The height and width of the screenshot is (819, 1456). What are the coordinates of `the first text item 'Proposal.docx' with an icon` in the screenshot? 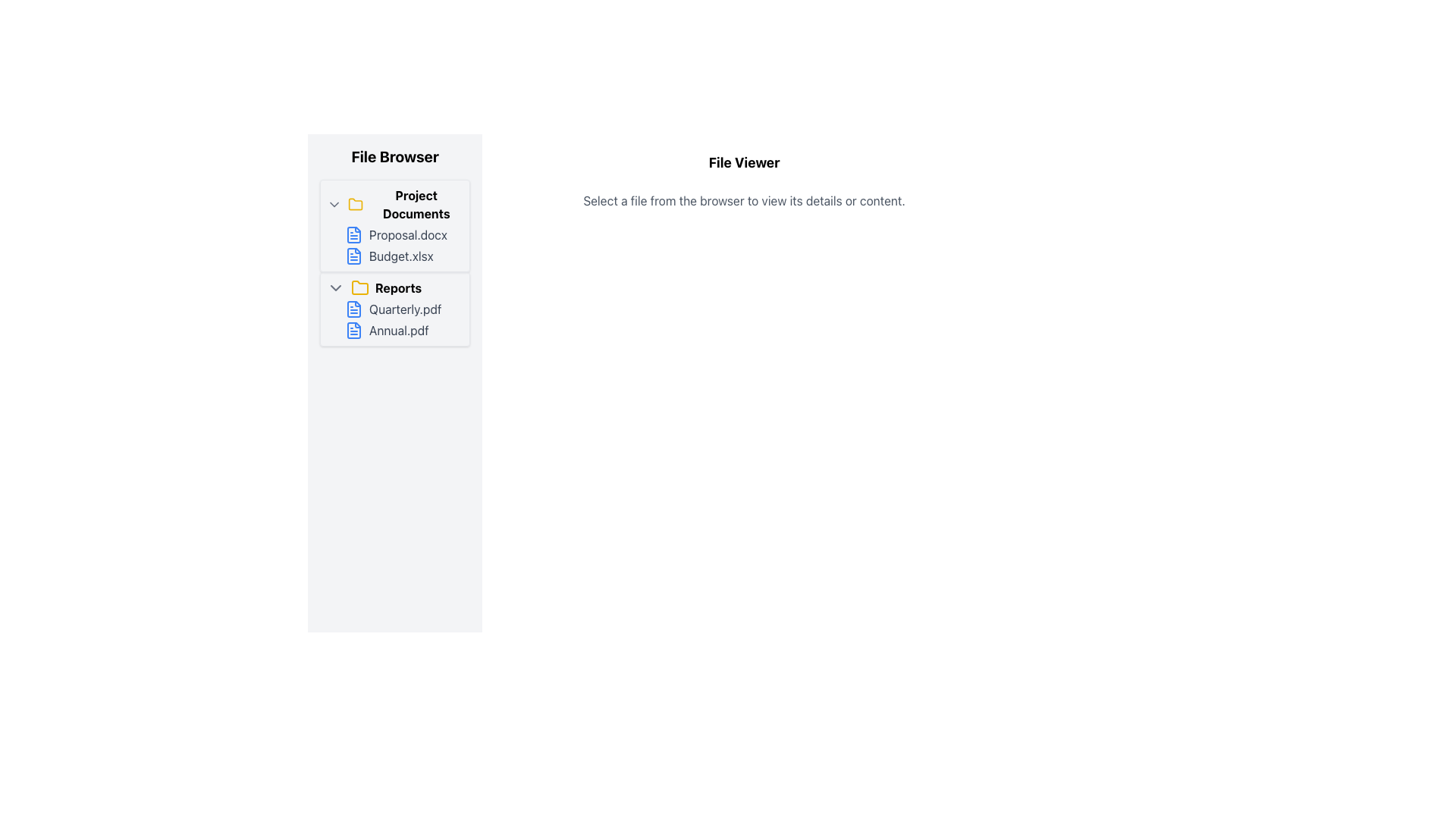 It's located at (404, 234).